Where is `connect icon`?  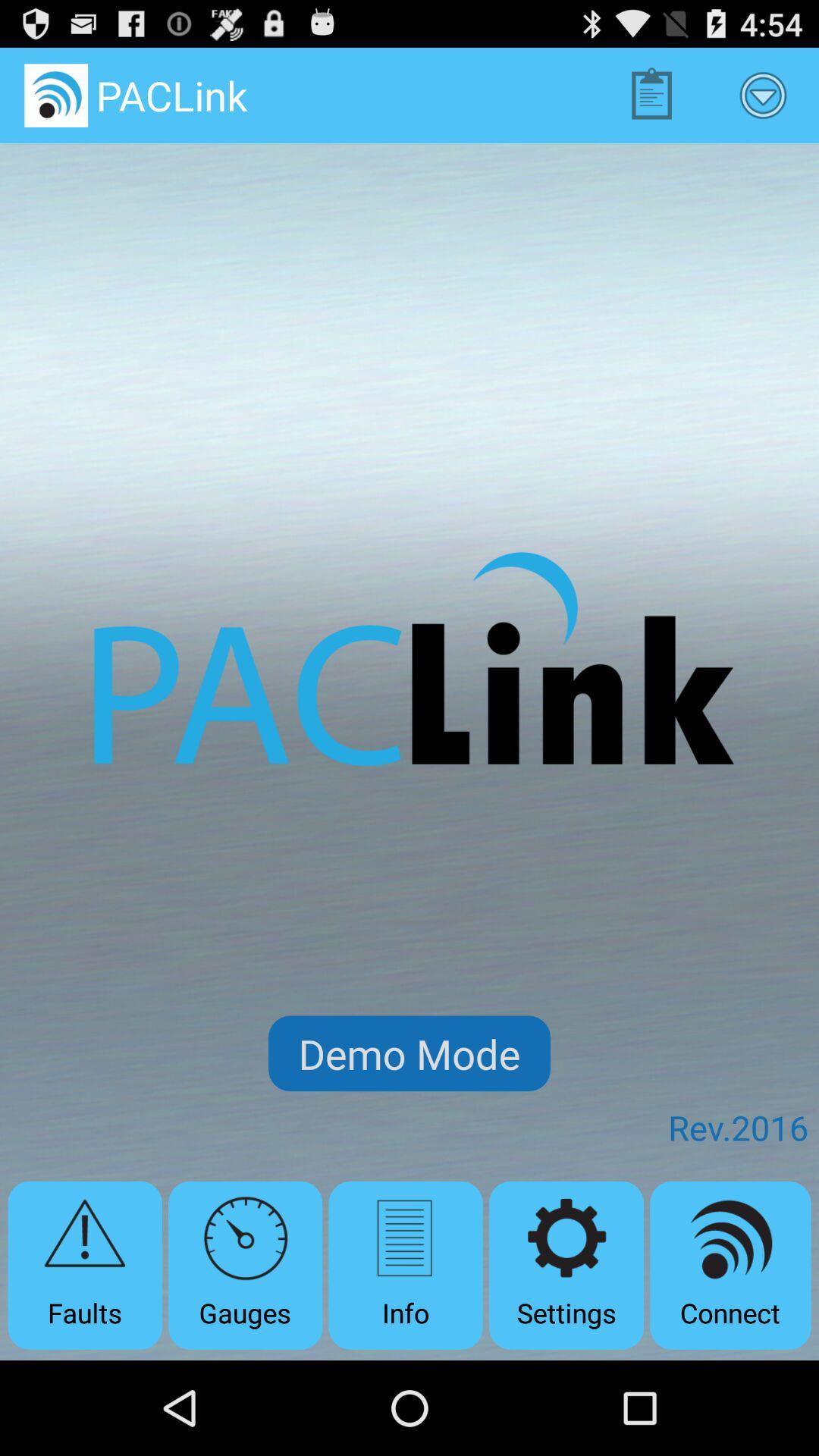 connect icon is located at coordinates (730, 1265).